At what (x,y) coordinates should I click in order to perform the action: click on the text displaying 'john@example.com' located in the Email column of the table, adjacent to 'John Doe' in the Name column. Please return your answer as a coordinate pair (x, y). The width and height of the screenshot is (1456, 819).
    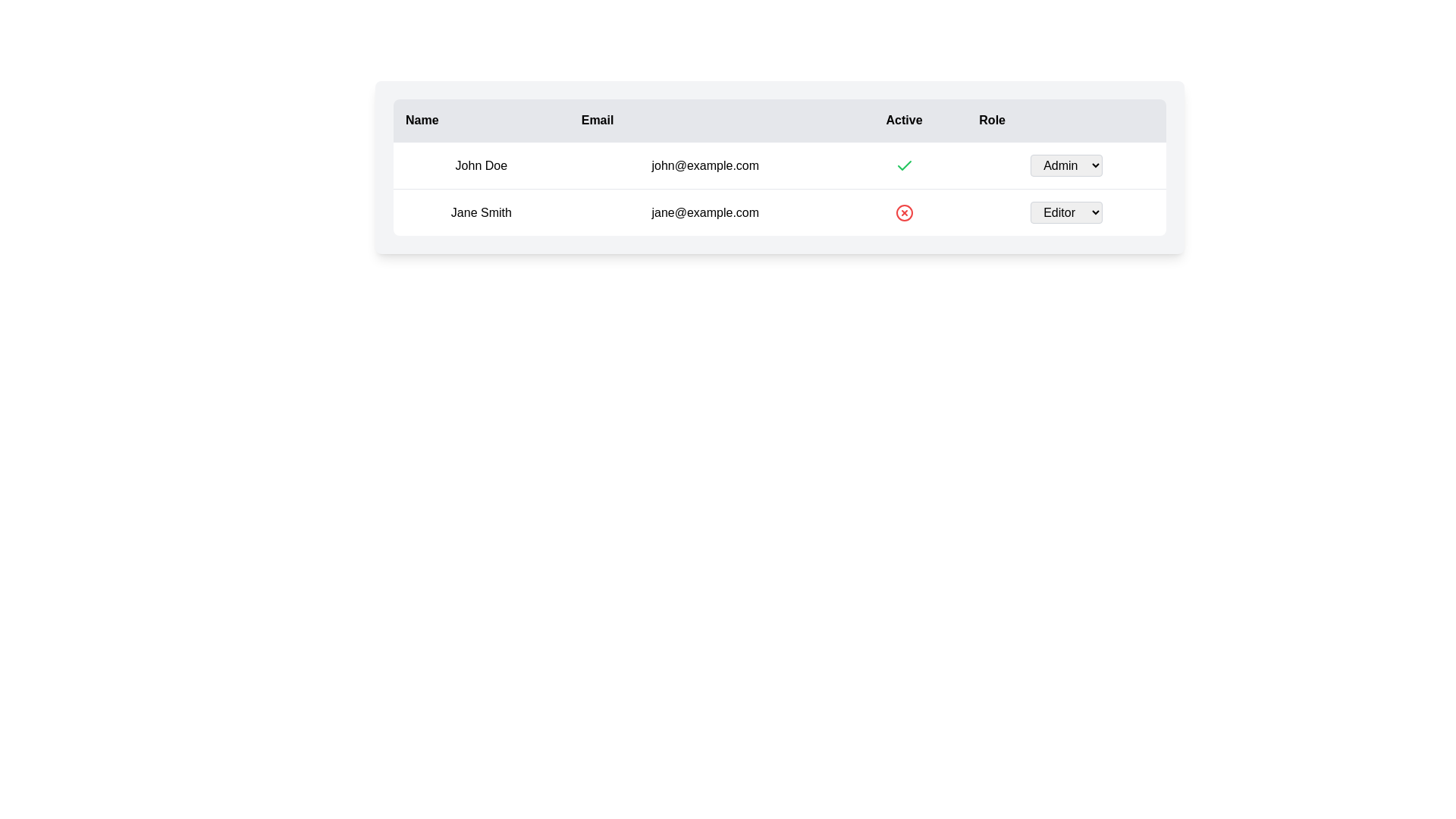
    Looking at the image, I should click on (704, 165).